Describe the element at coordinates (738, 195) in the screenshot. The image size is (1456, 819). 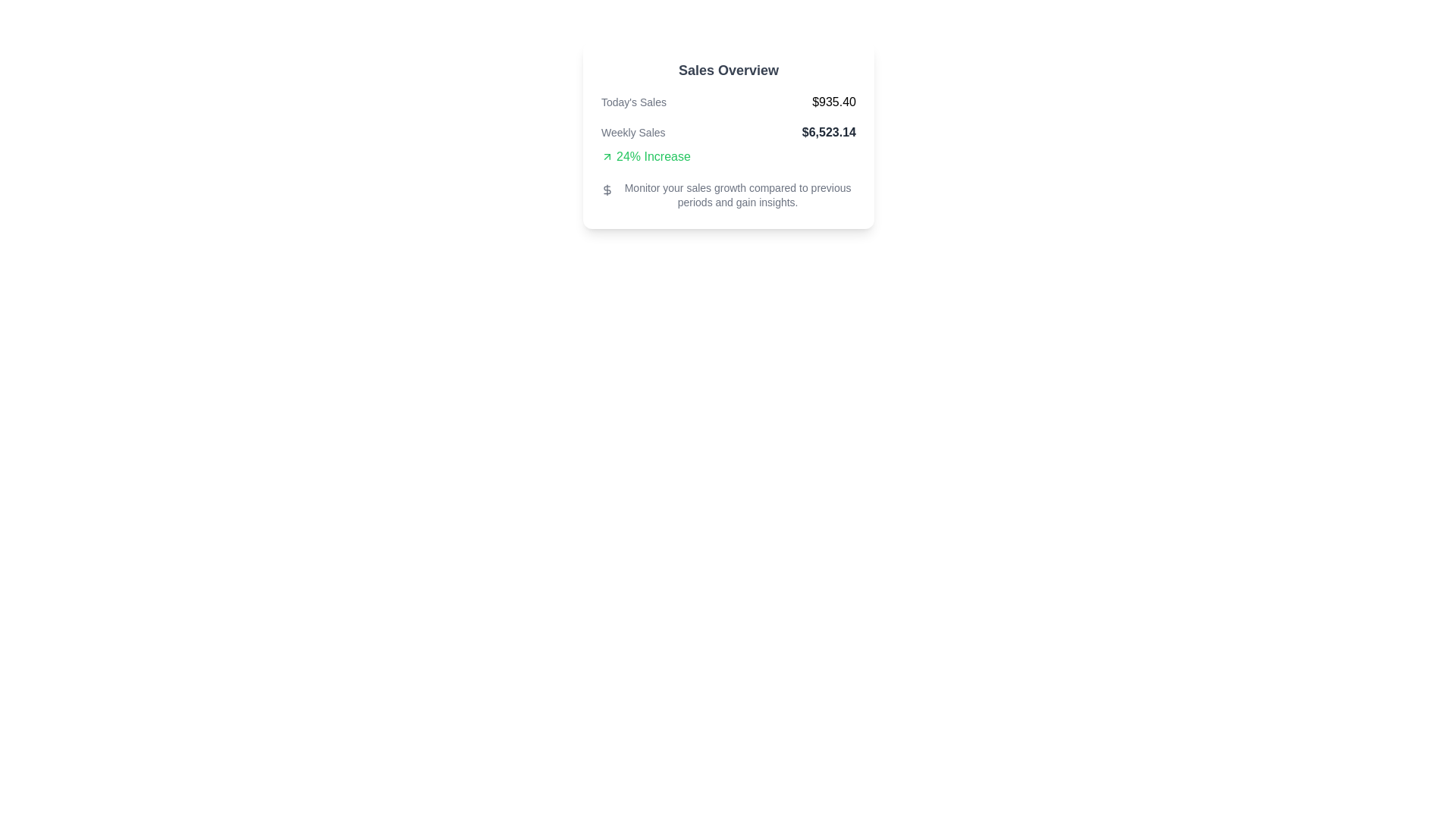
I see `the descriptive text element located within the 'Sales Overview' card, which provides insights and is positioned below a dollar symbol icon` at that location.